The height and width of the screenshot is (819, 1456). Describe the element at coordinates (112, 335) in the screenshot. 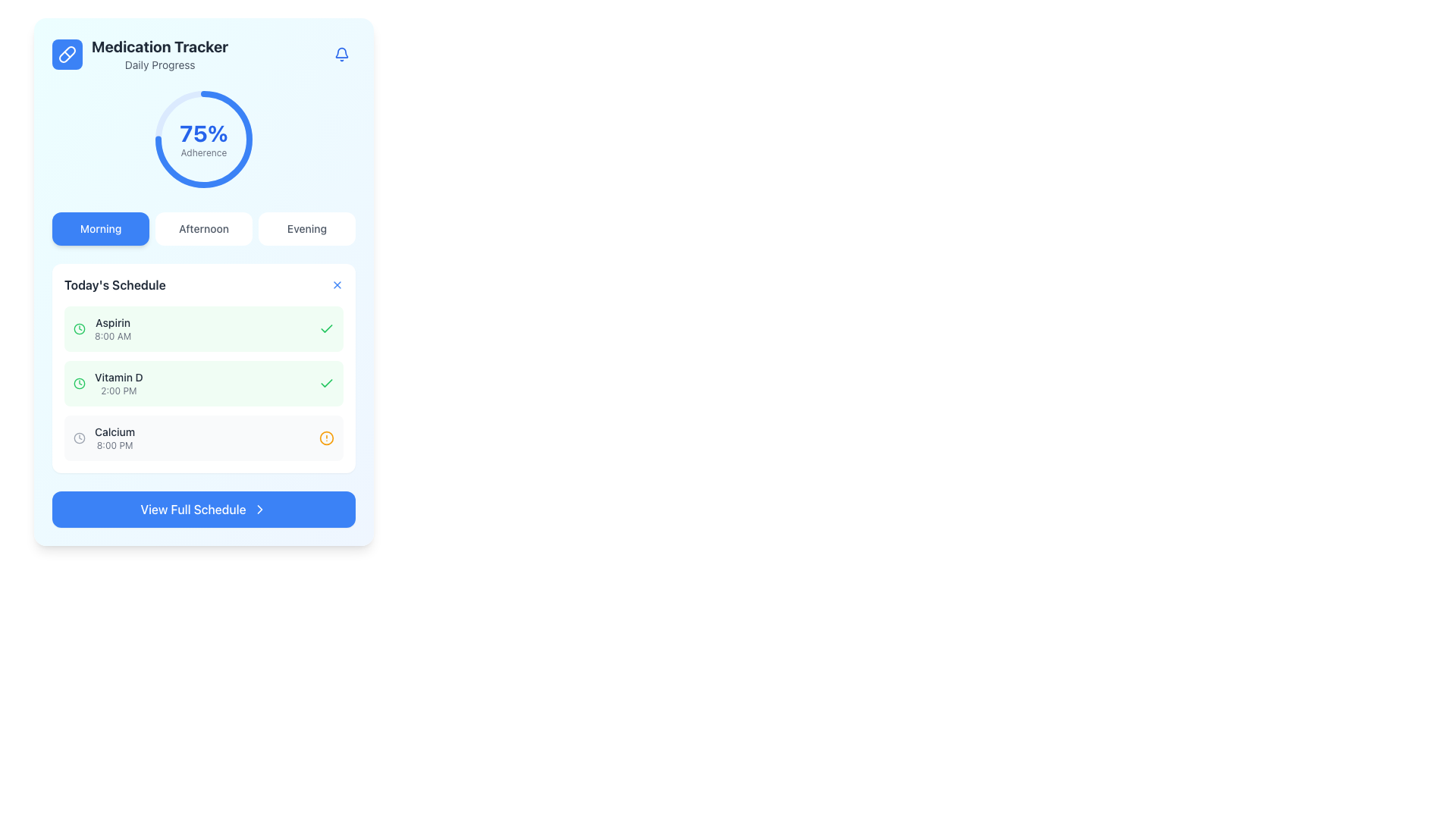

I see `the text element displaying '8:00 AM', which is located below 'Aspirin' in the 'Today's Schedule' section with a green background` at that location.